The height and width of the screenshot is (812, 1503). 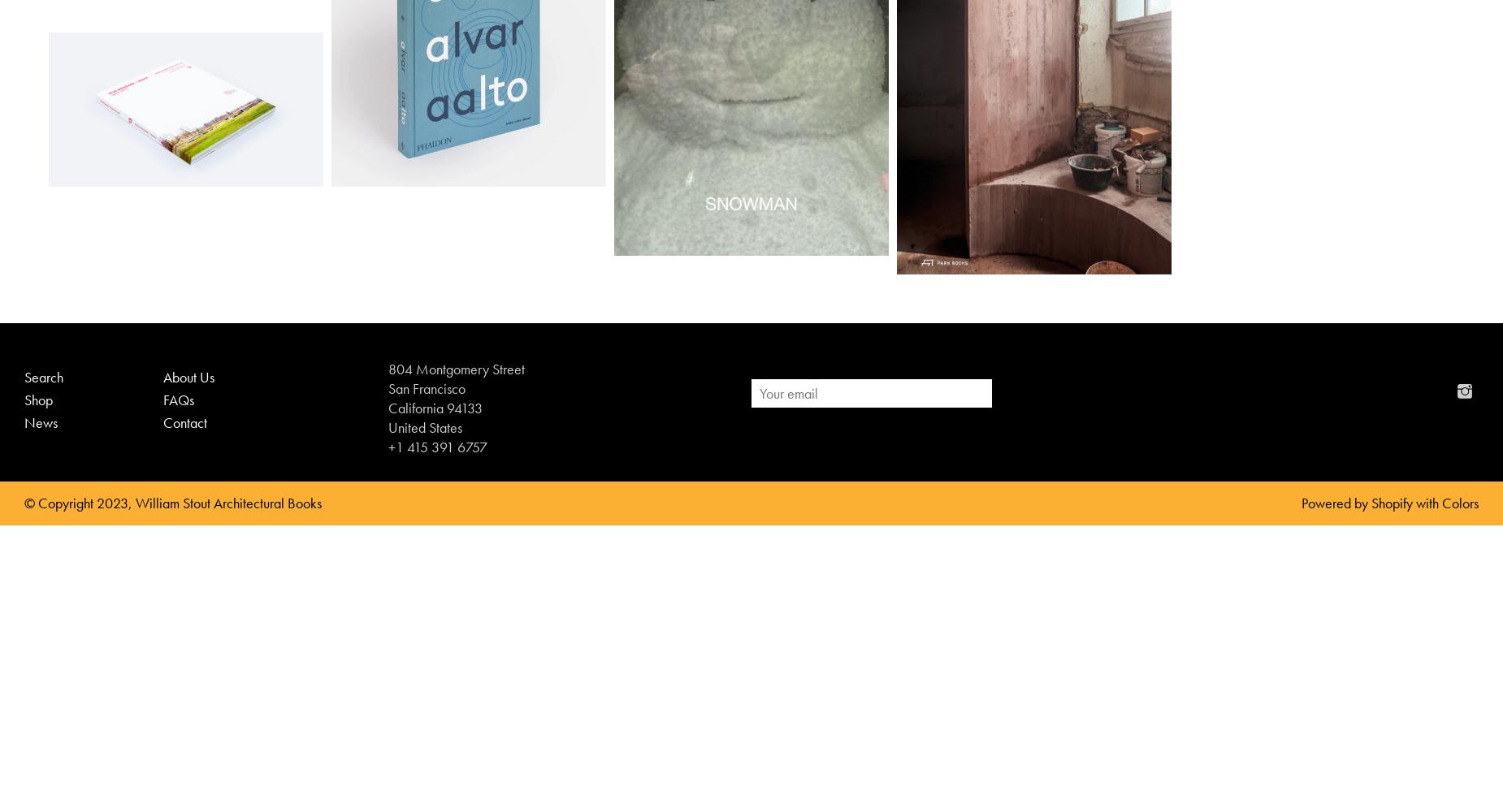 I want to click on '$29.95', so click(x=155, y=163).